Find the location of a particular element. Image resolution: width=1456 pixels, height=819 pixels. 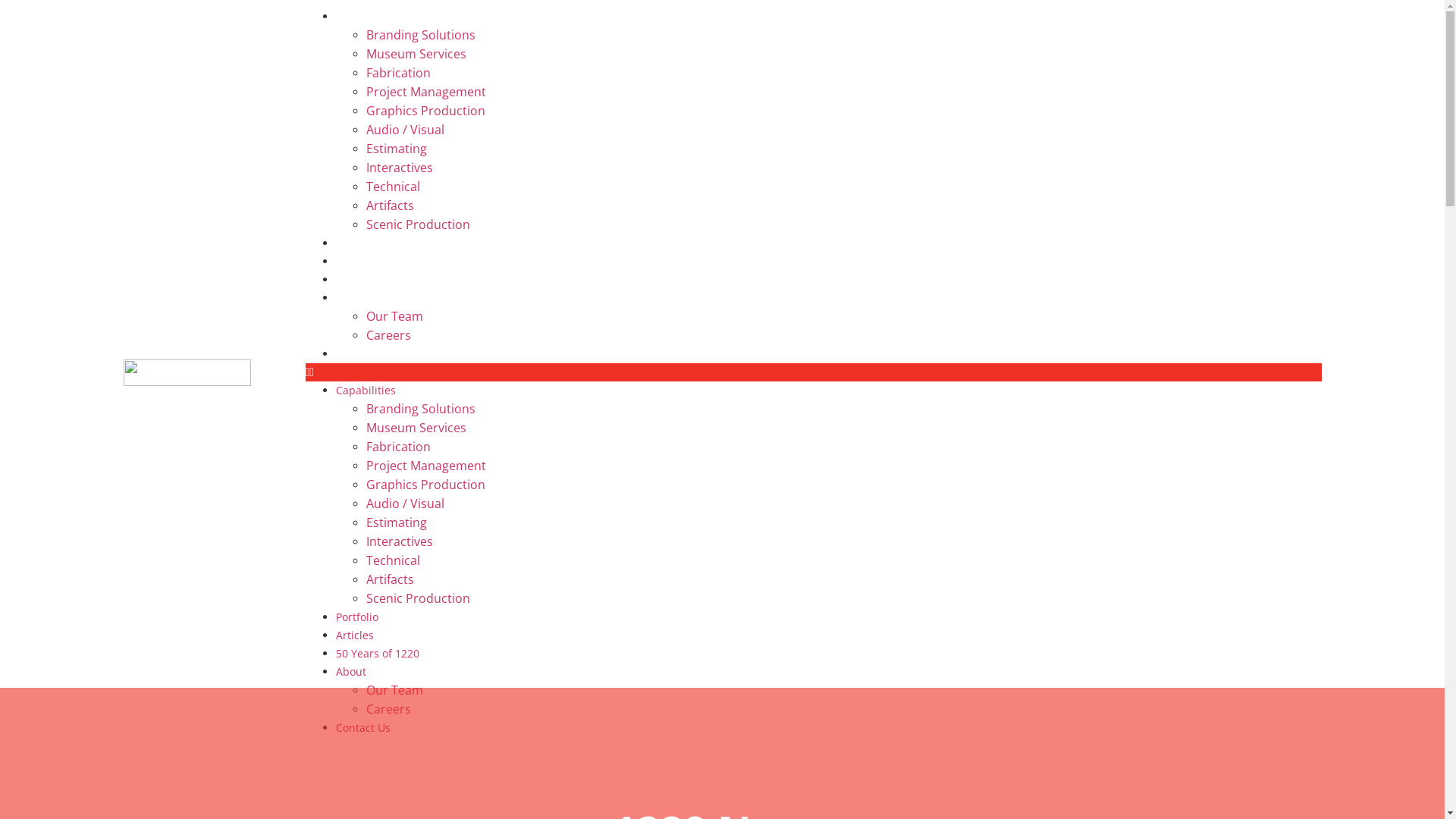

'Careers' is located at coordinates (365, 334).